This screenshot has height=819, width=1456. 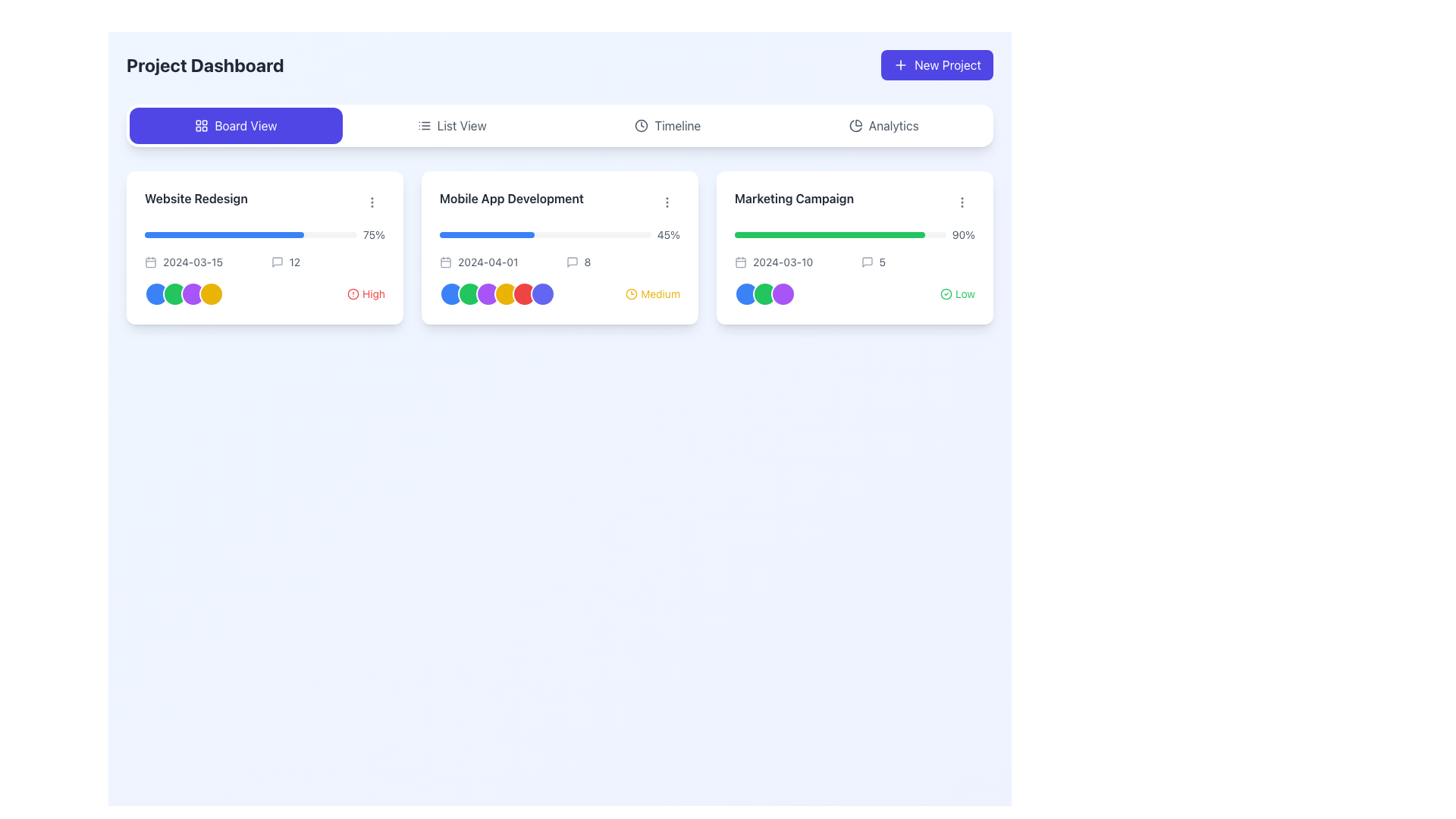 What do you see at coordinates (783, 294) in the screenshot?
I see `the Decorative badge, which is a circular element with a purple background and white border, located in the bottom-left section of the 'Marketing Campaign' card` at bounding box center [783, 294].